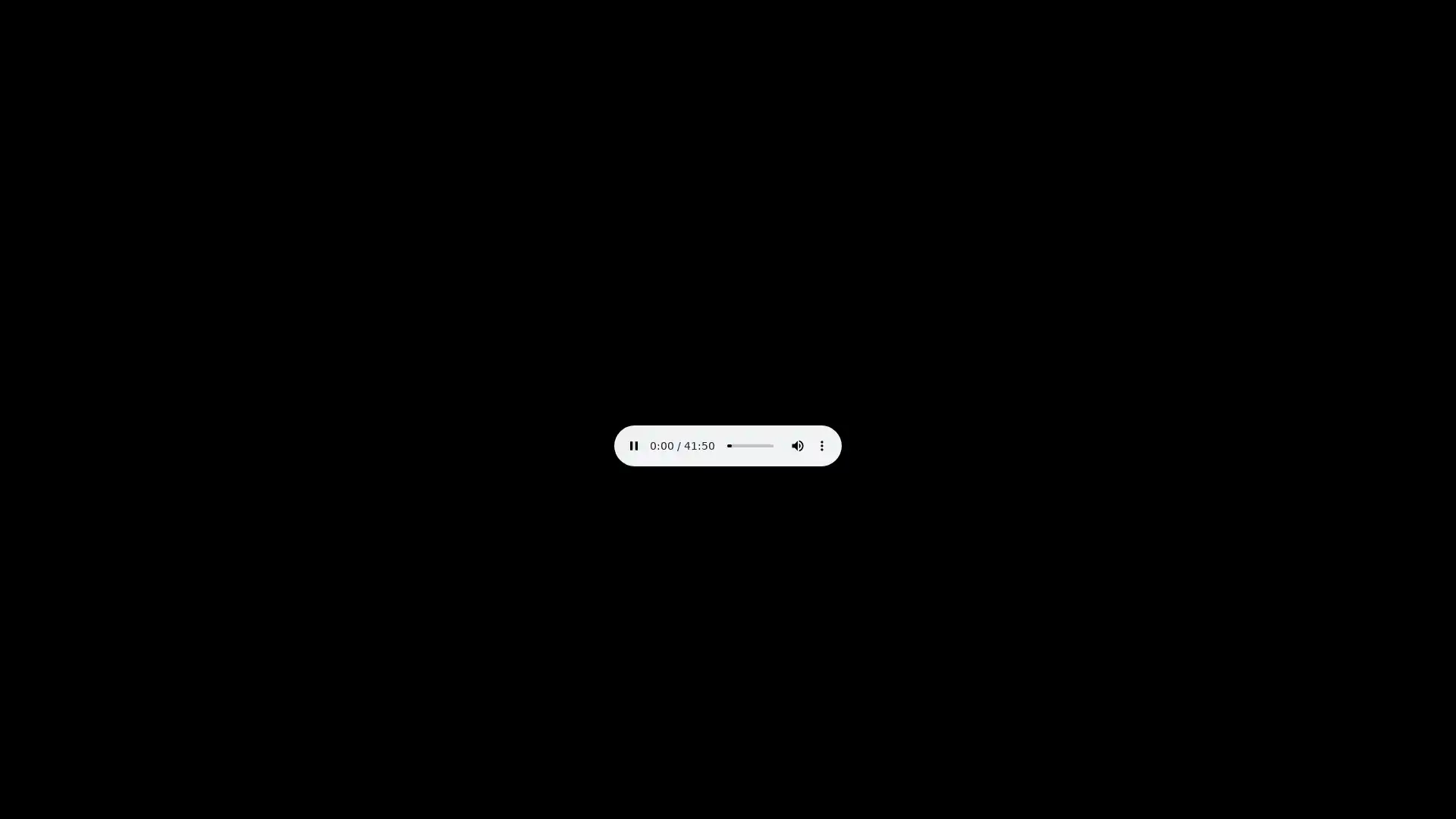  What do you see at coordinates (633, 444) in the screenshot?
I see `pause` at bounding box center [633, 444].